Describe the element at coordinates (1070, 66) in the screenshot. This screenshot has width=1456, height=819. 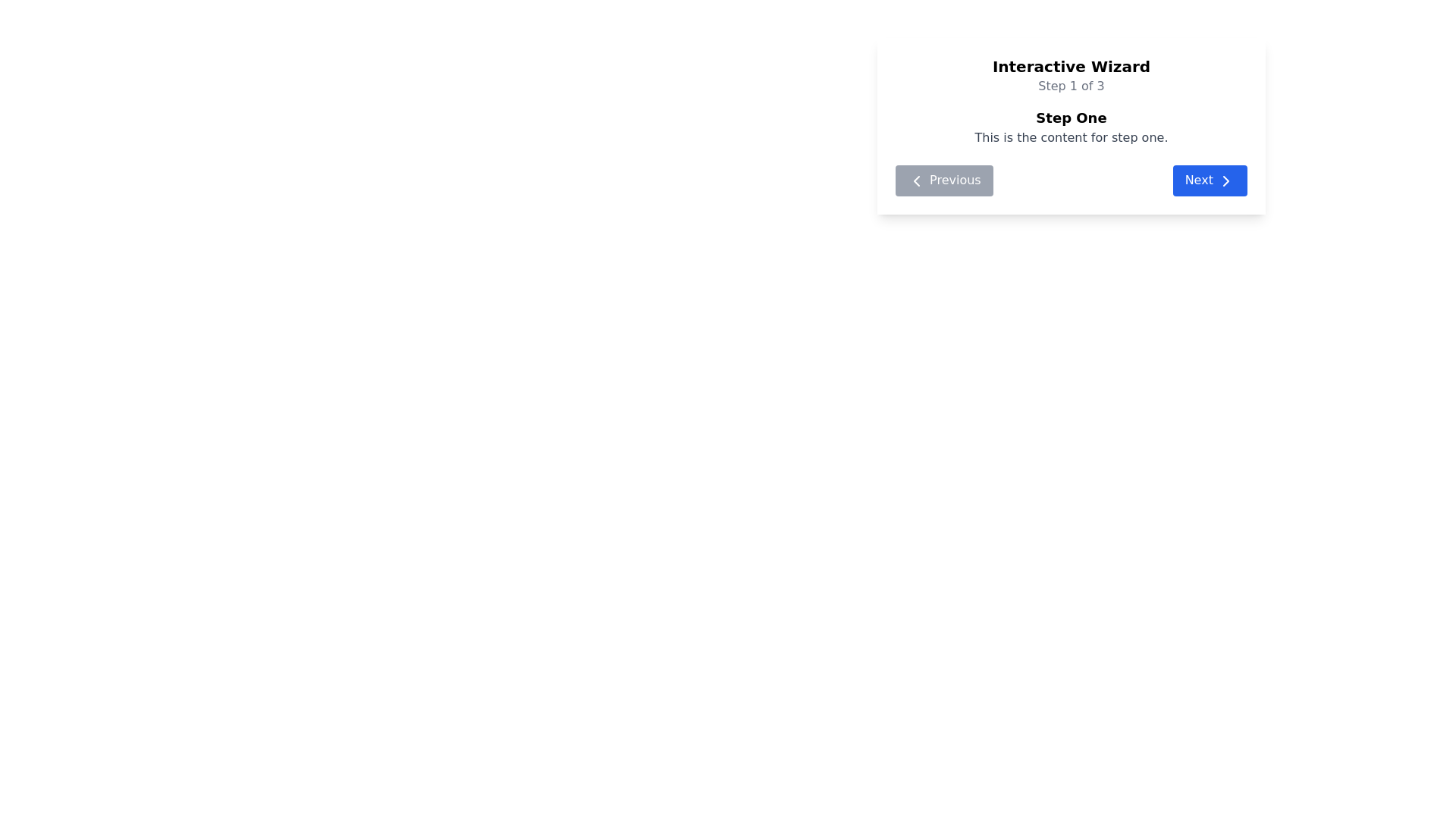
I see `the title or heading text element of the interactive wizard interface, which is positioned directly above 'Step 1 of 3' and is horizontally centered` at that location.